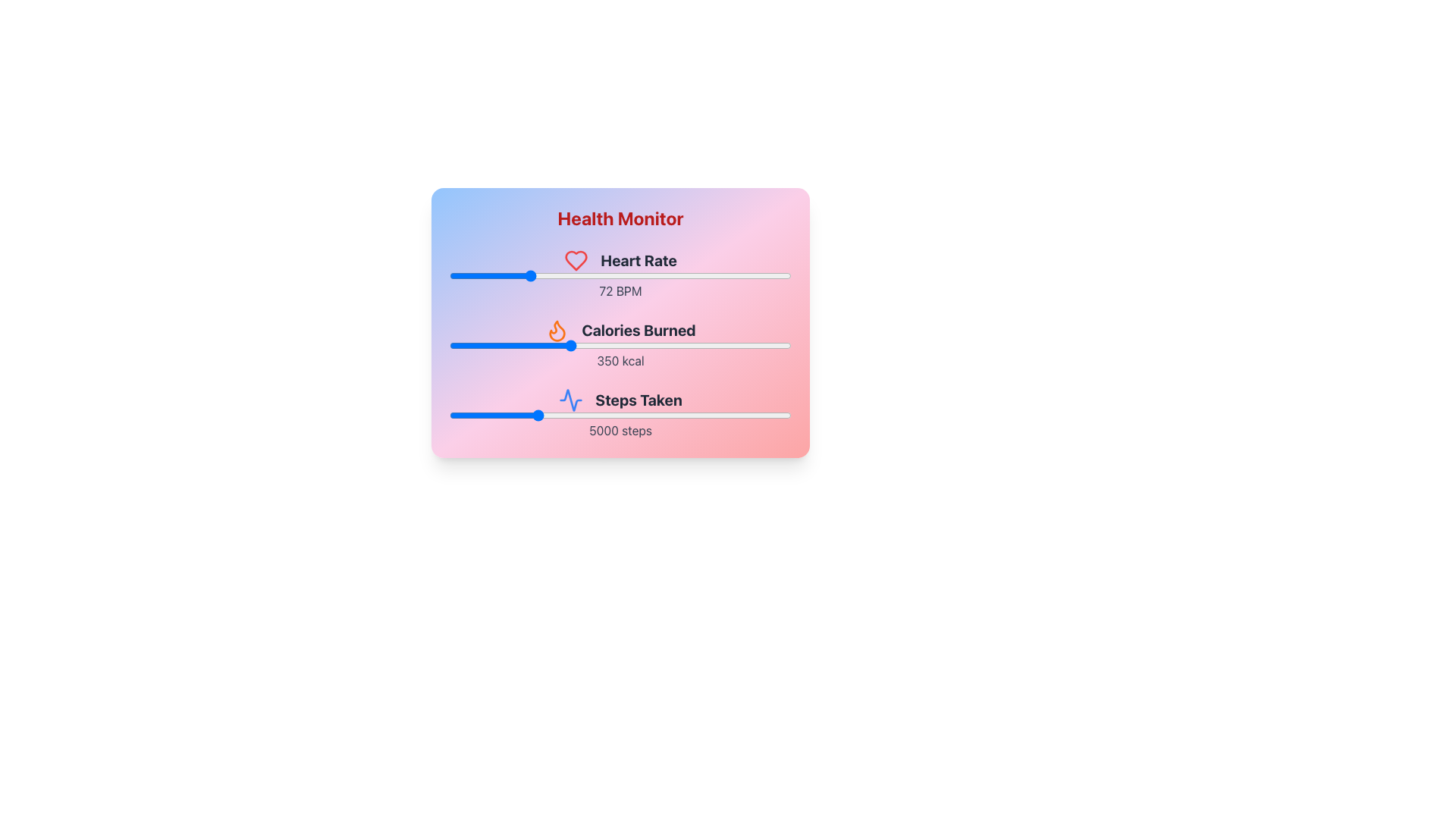 Image resolution: width=1456 pixels, height=819 pixels. Describe the element at coordinates (588, 345) in the screenshot. I see `the calories burned slider` at that location.